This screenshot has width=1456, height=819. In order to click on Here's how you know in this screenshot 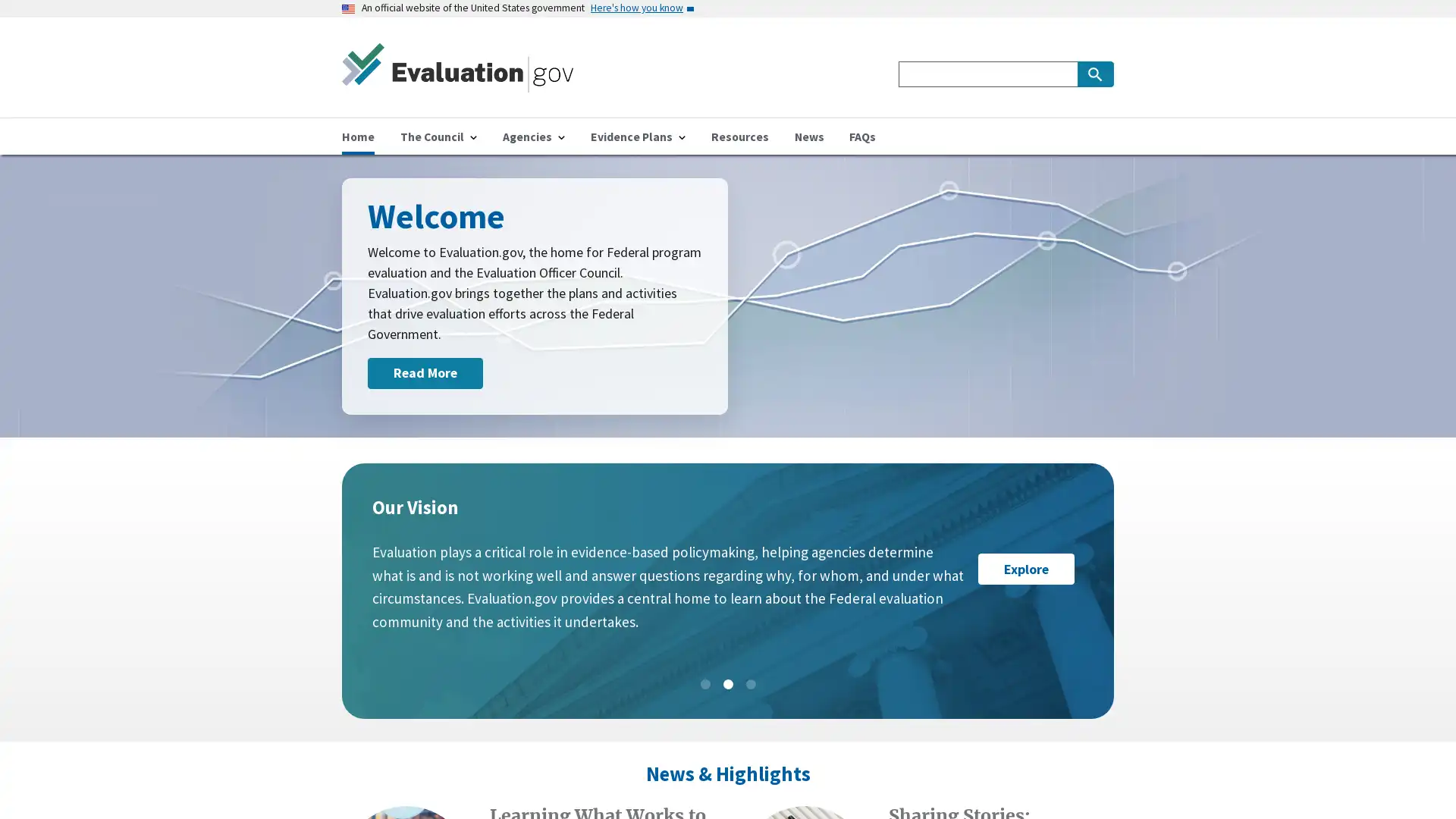, I will do `click(642, 8)`.